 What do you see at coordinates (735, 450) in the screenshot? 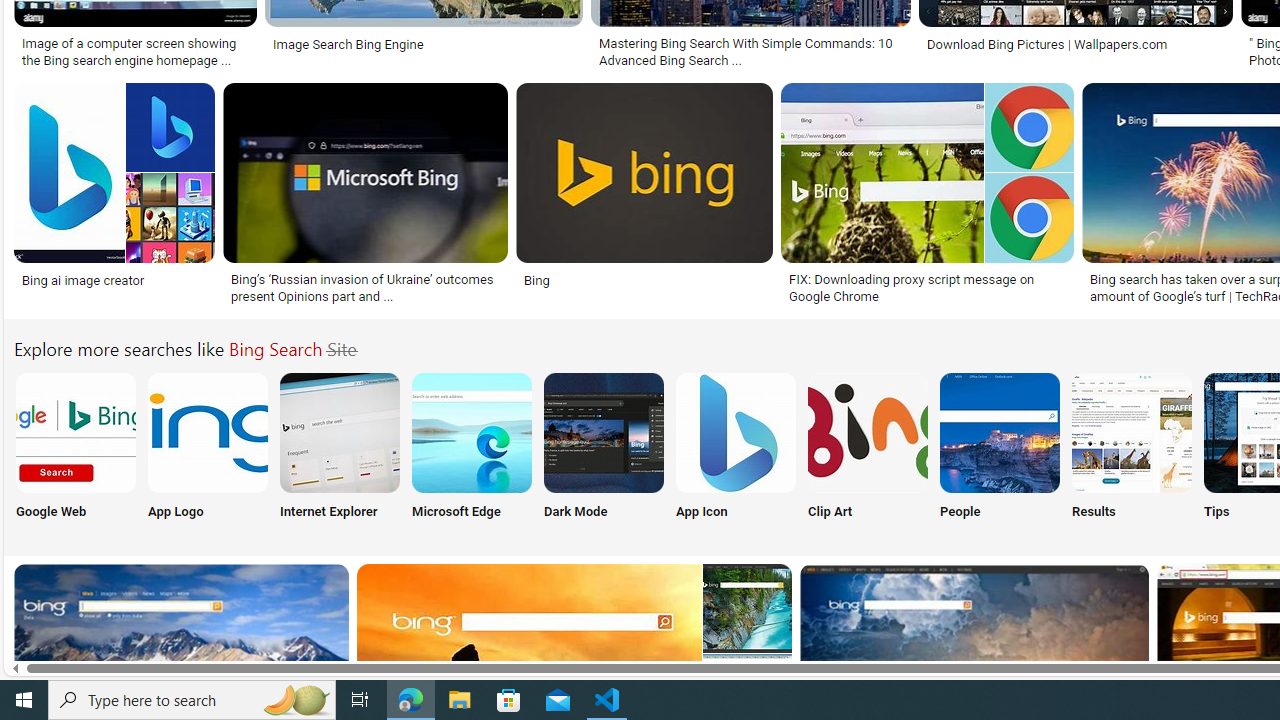
I see `'Bing Search App Icon App Icon'` at bounding box center [735, 450].